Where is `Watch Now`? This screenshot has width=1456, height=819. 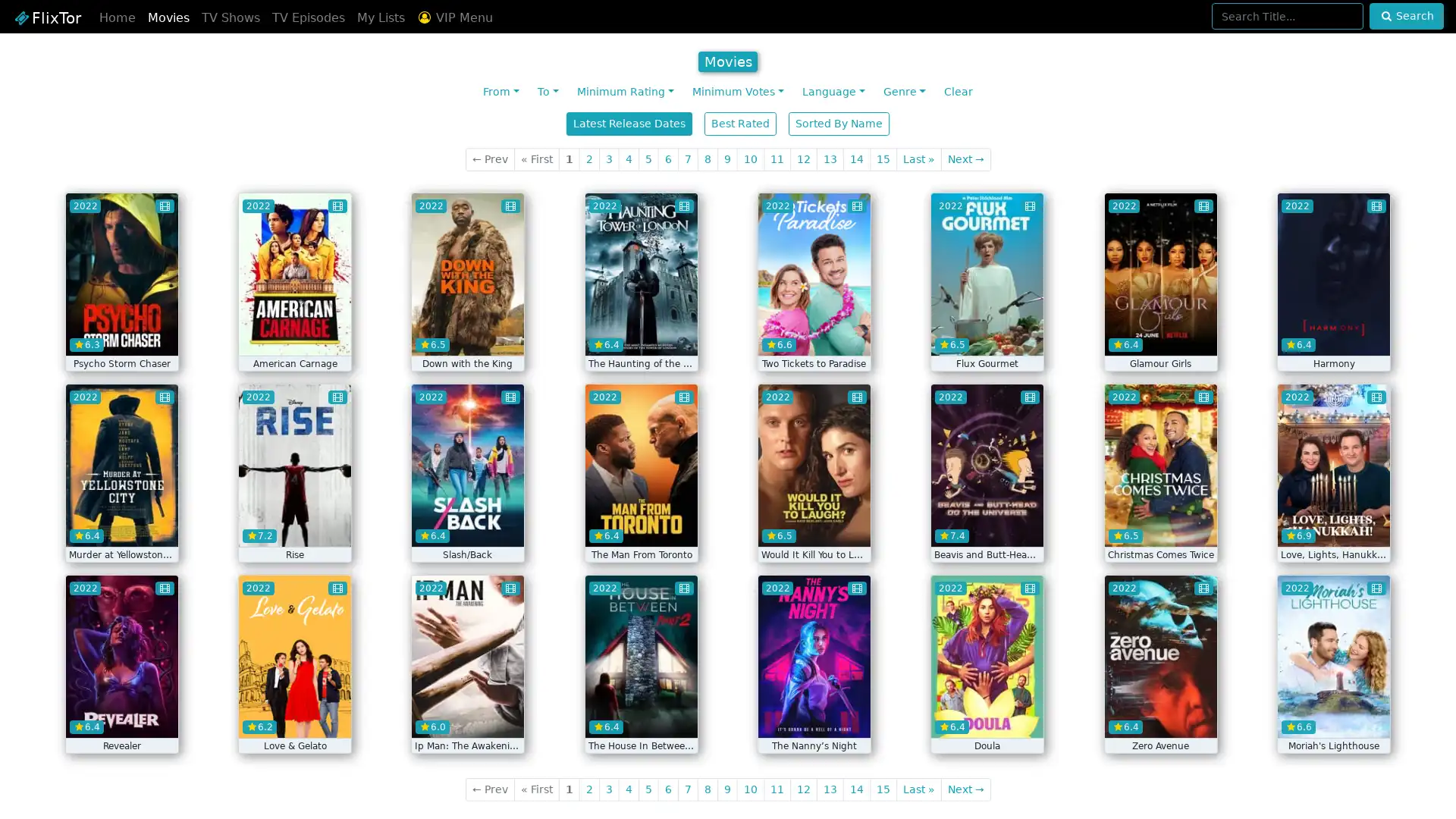 Watch Now is located at coordinates (294, 332).